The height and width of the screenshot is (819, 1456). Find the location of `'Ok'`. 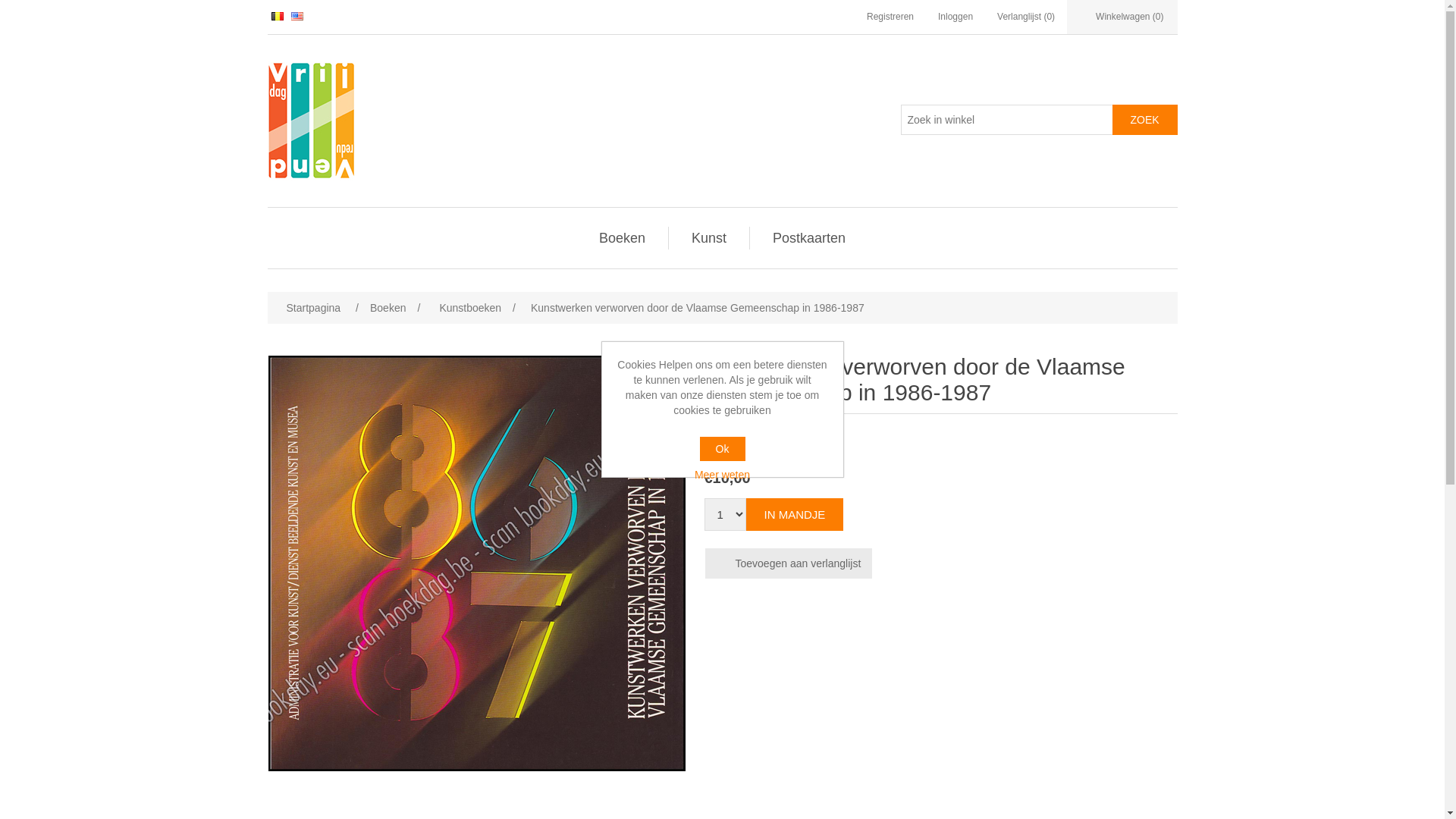

'Ok' is located at coordinates (698, 447).